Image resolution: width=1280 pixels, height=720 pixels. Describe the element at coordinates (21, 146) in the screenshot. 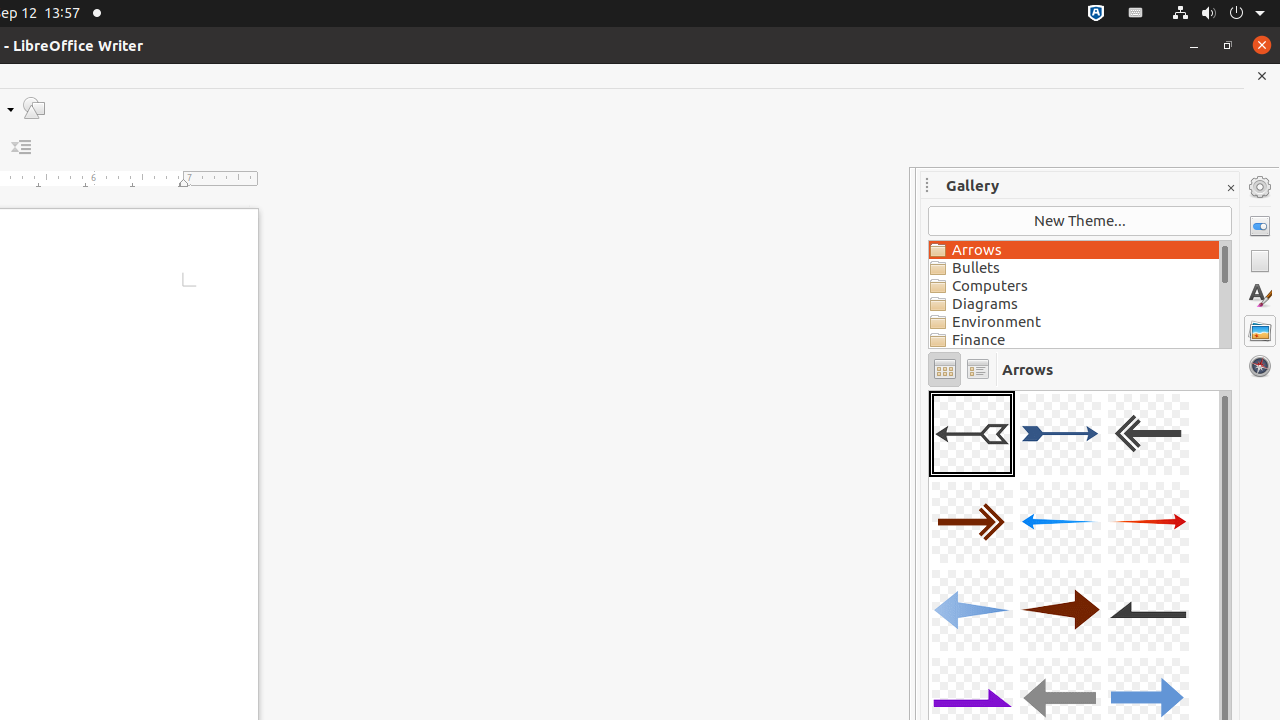

I see `'Decrease'` at that location.